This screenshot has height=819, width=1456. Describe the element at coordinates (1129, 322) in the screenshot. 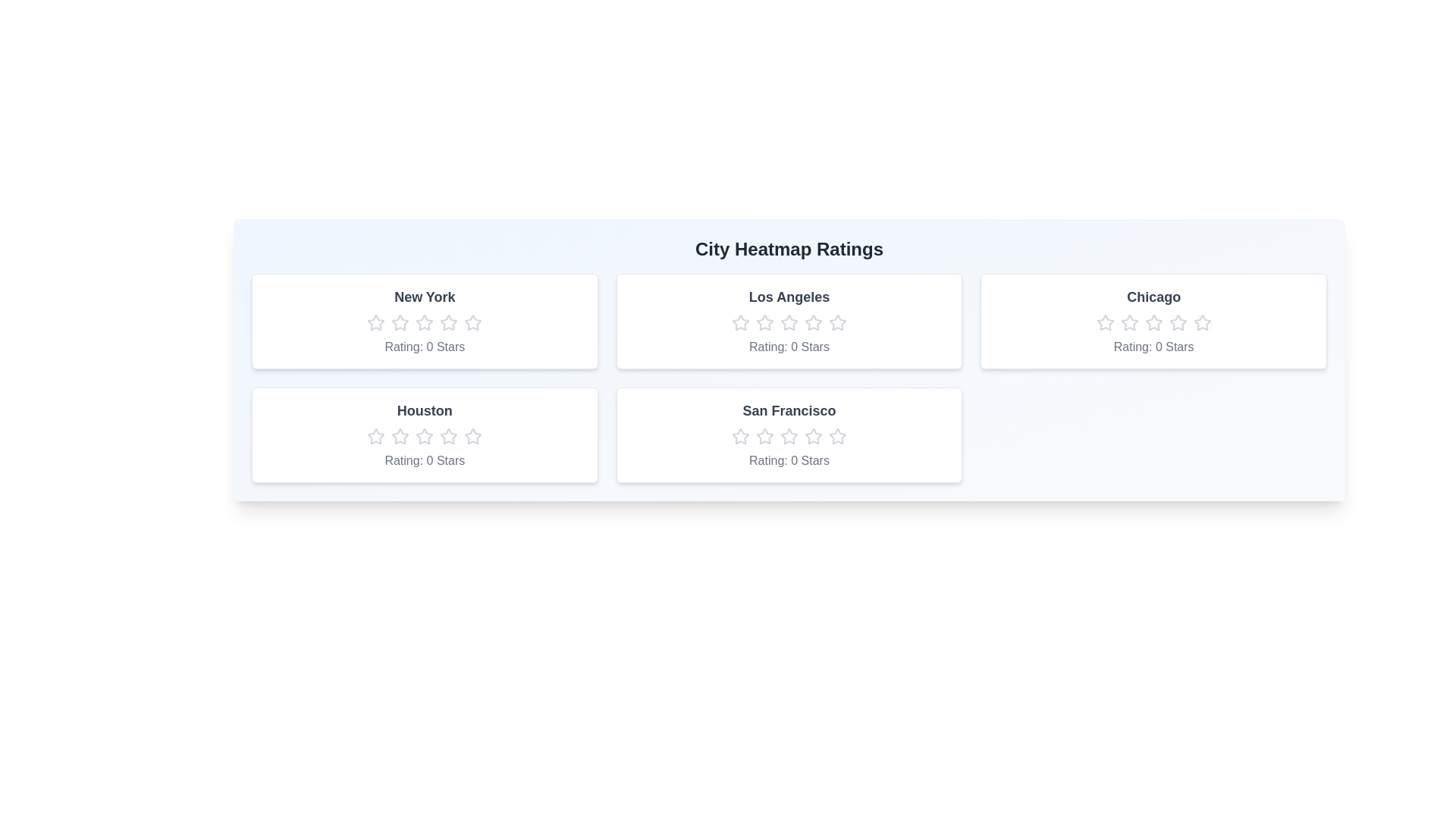

I see `the Chicago rating star number 2` at that location.